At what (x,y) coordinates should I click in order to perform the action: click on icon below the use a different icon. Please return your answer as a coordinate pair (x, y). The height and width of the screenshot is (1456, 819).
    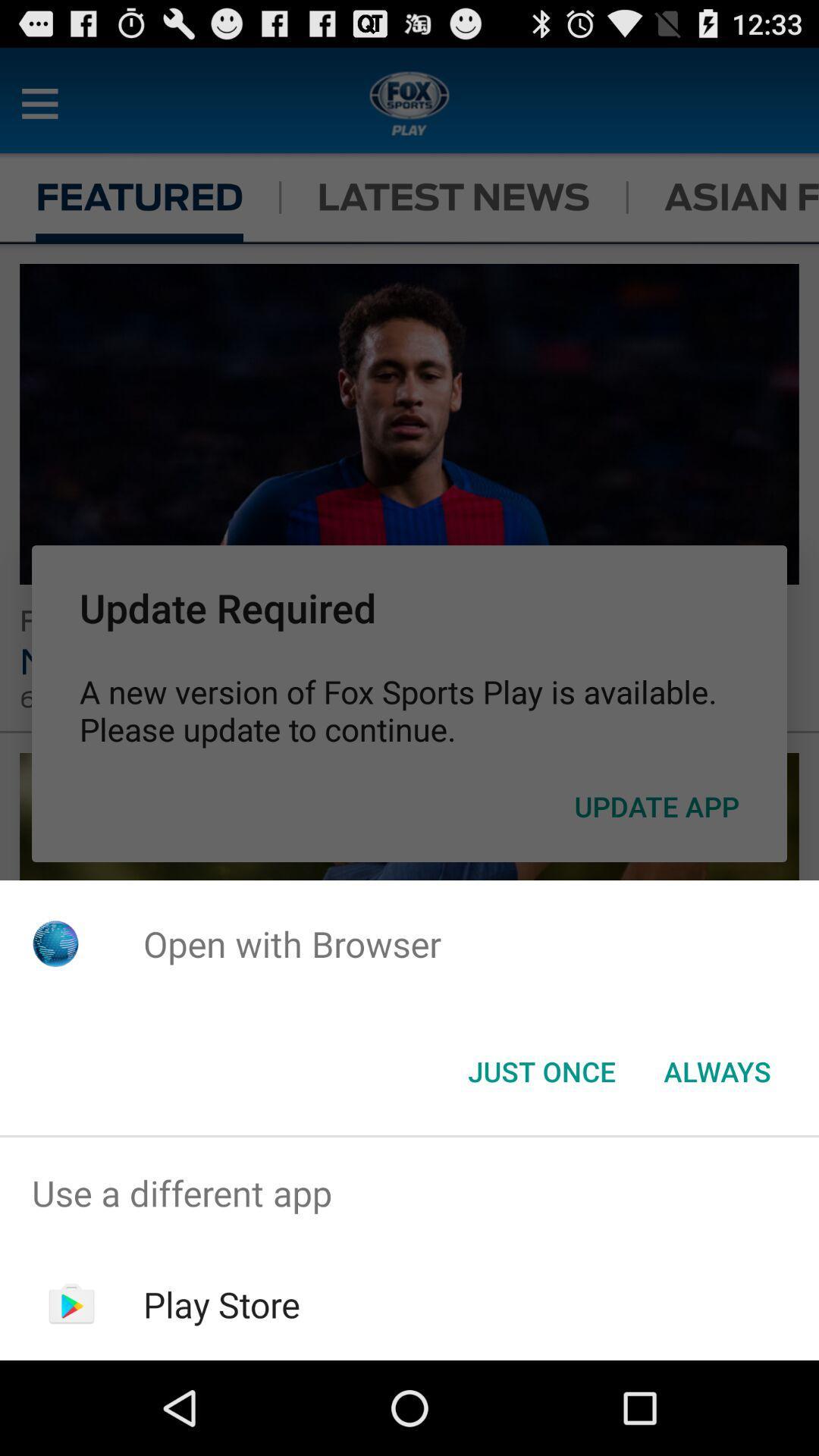
    Looking at the image, I should click on (221, 1304).